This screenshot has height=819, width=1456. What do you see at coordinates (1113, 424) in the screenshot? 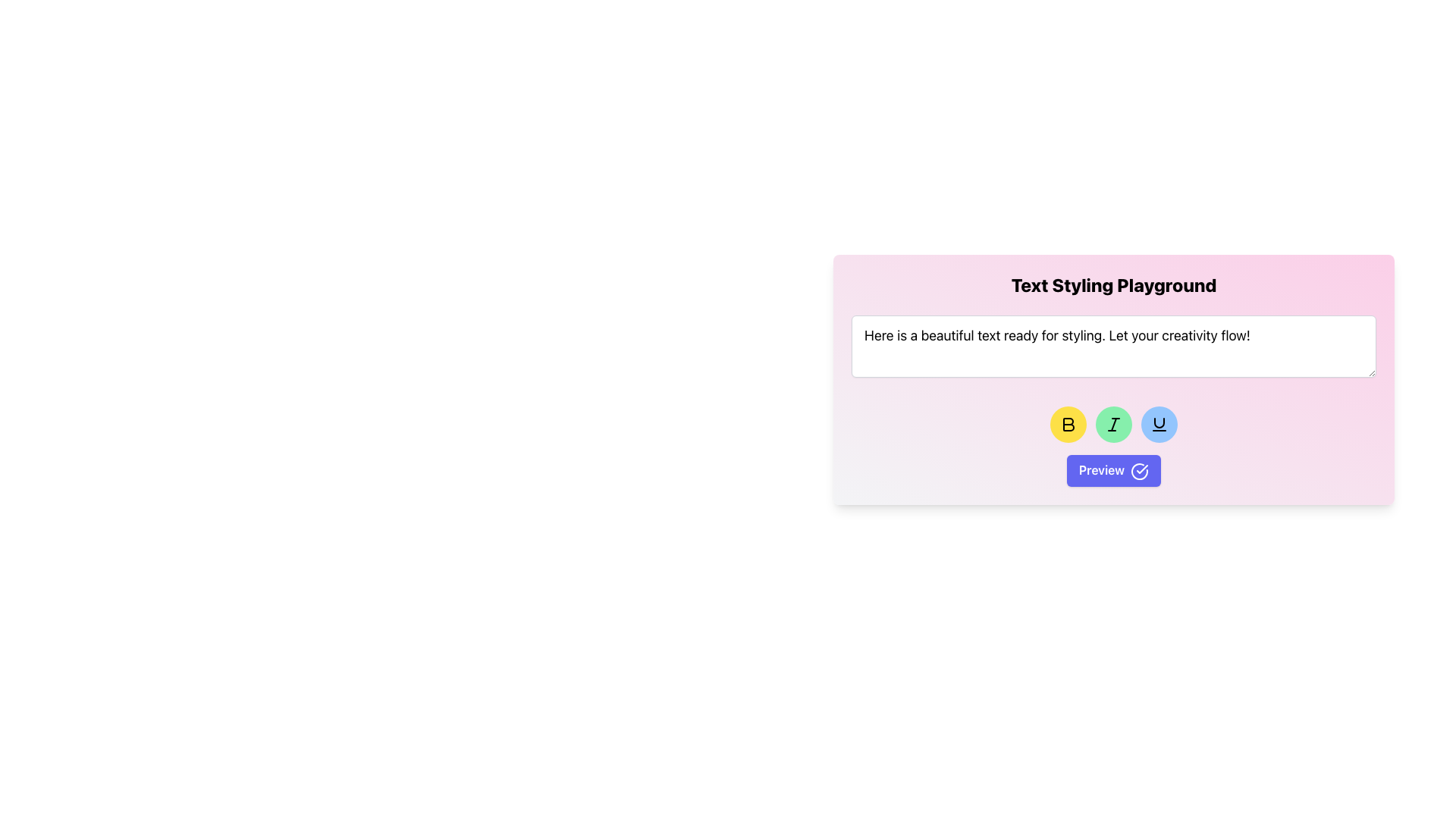
I see `the second circular button labeled 'I' in the 'Text Styling Playground' to apply italic formatting` at bounding box center [1113, 424].